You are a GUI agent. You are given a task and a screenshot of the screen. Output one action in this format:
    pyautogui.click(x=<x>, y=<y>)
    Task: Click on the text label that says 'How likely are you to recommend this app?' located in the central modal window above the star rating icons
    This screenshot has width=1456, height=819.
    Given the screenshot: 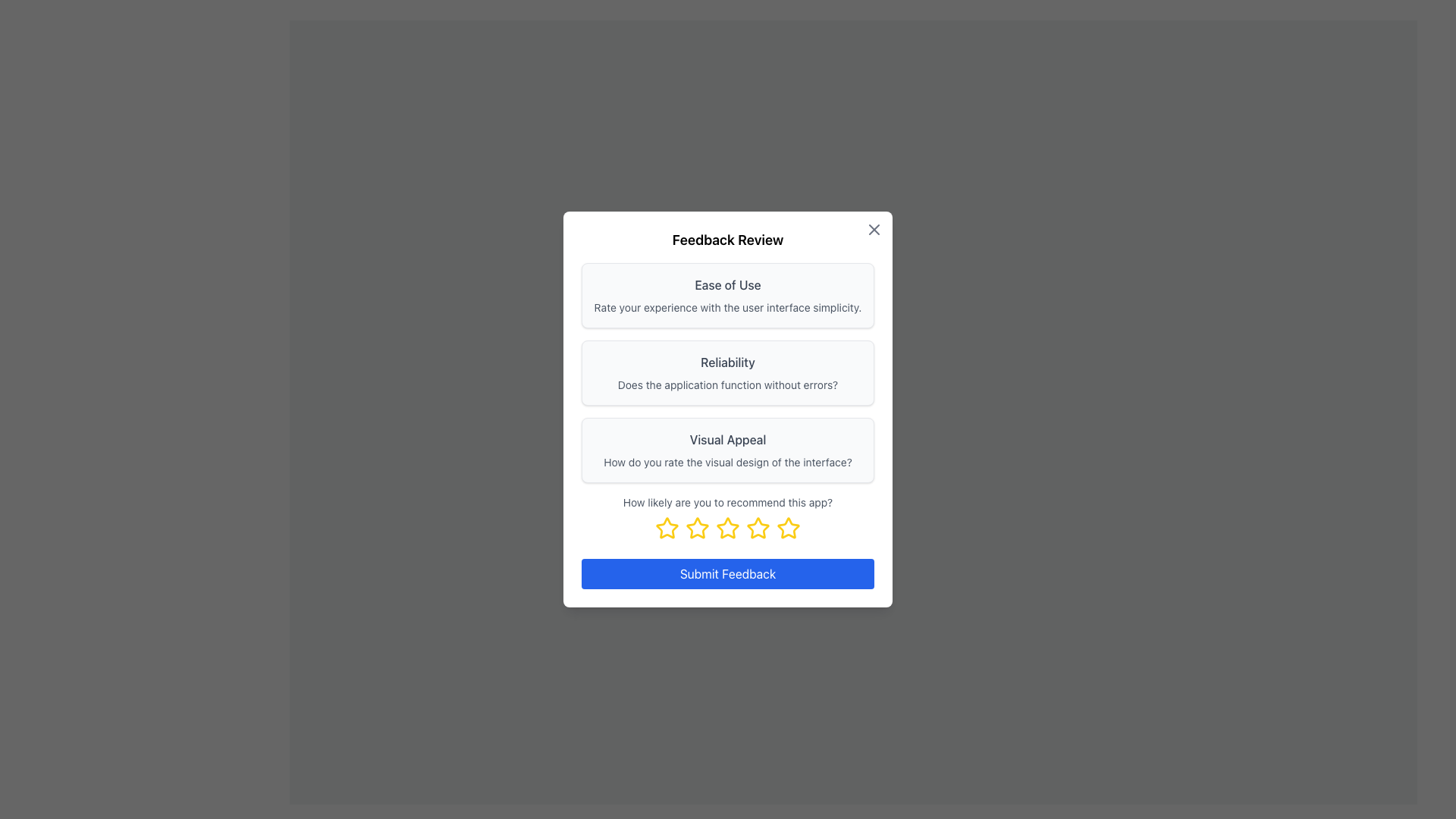 What is the action you would take?
    pyautogui.click(x=728, y=503)
    